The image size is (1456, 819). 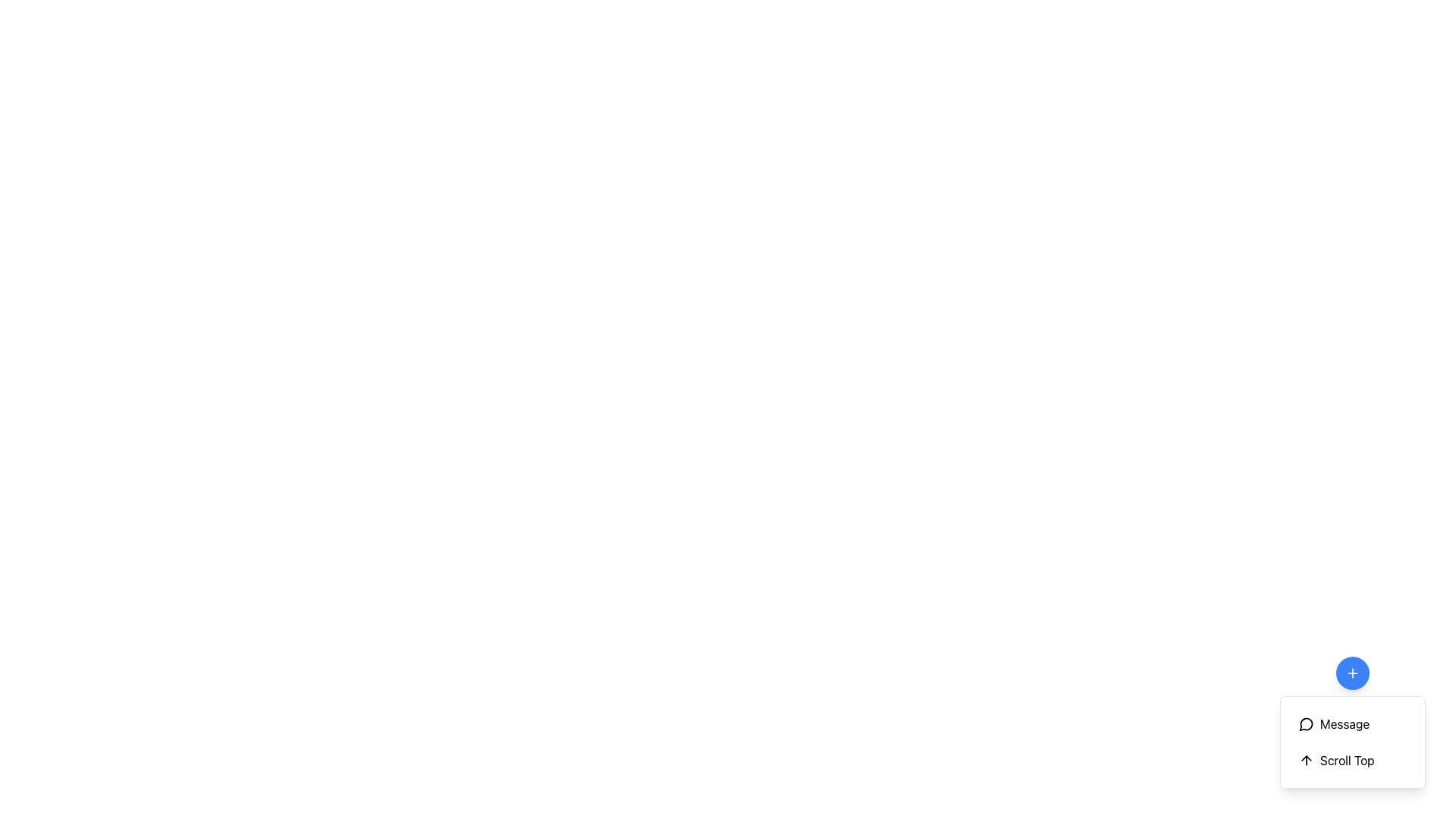 I want to click on the upward pointing arrow icon, which is a graphic-based UI element indicating the 'Scroll Top' functionality, so click(x=1306, y=760).